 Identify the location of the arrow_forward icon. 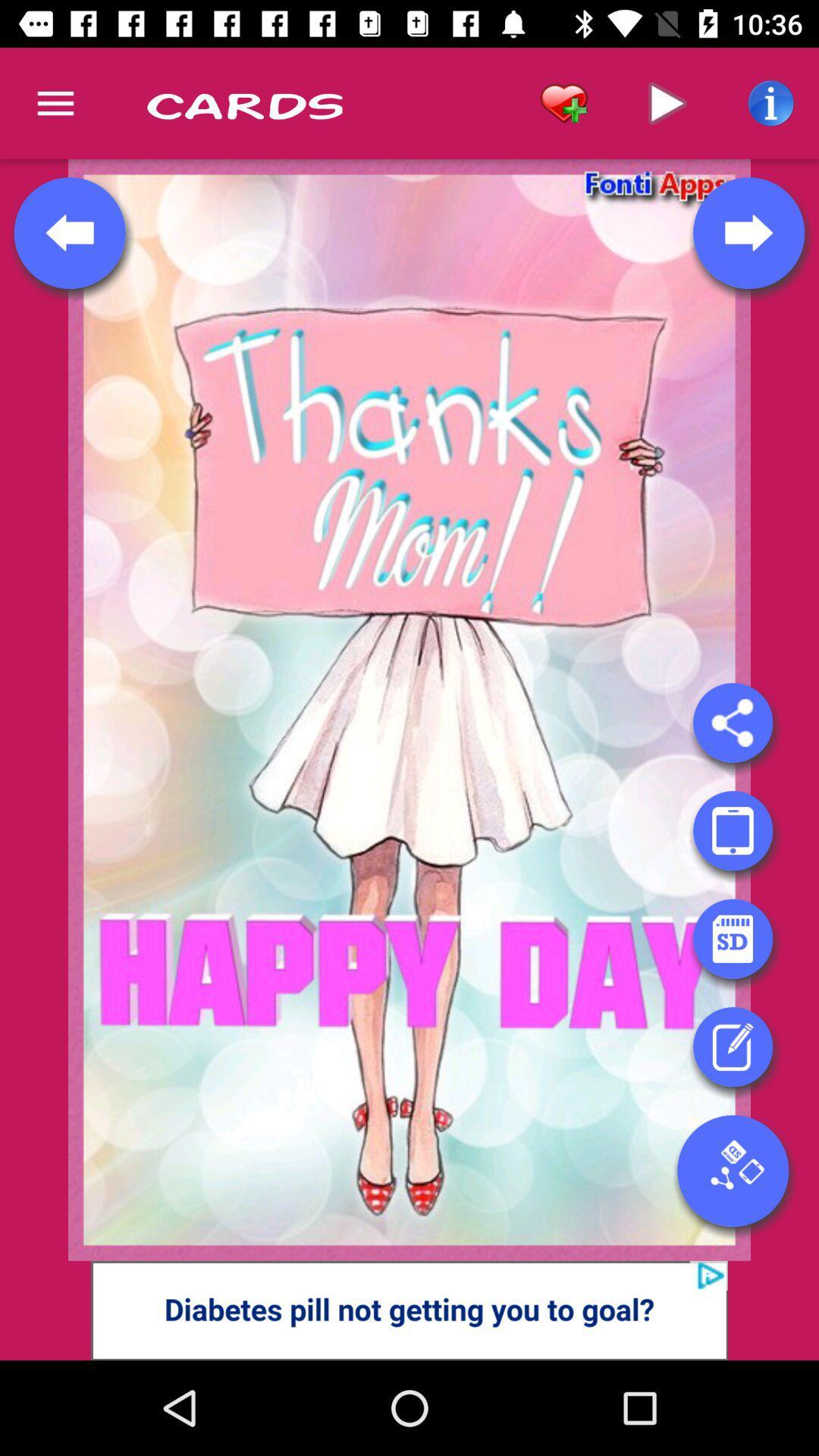
(748, 232).